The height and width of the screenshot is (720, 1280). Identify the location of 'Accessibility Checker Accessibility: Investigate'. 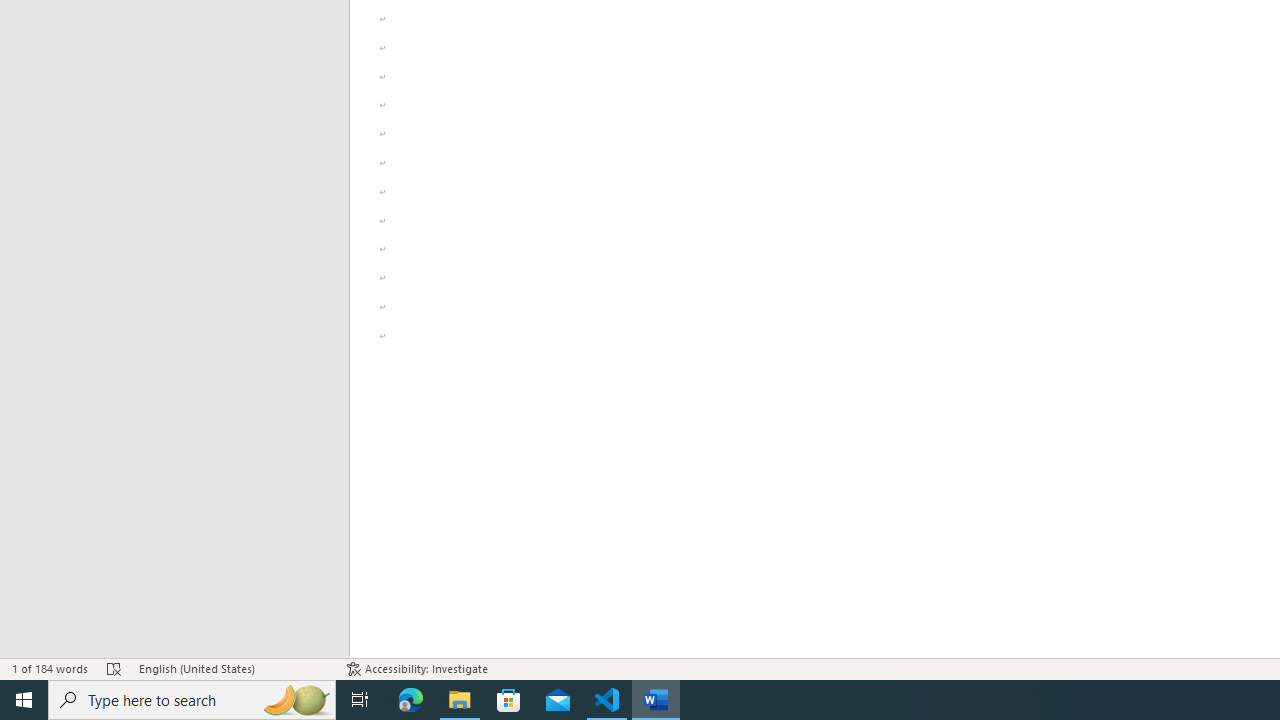
(416, 669).